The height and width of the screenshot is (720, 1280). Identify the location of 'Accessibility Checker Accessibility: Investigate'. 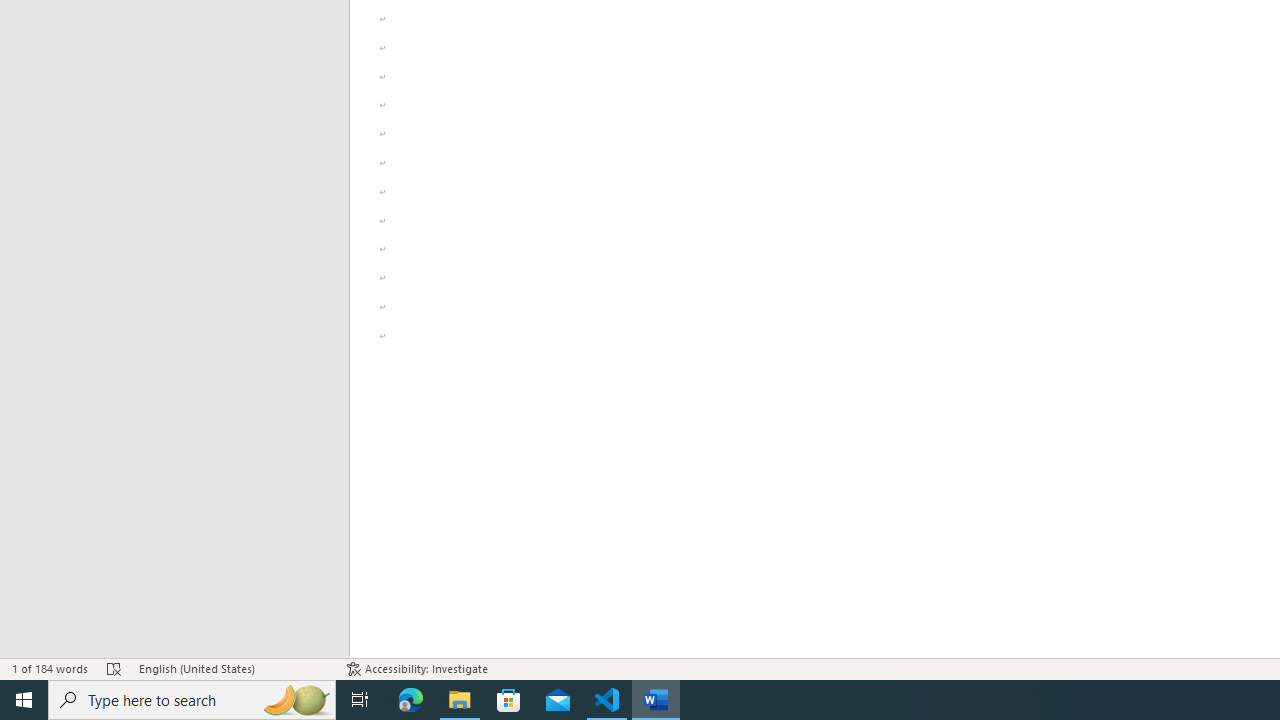
(416, 669).